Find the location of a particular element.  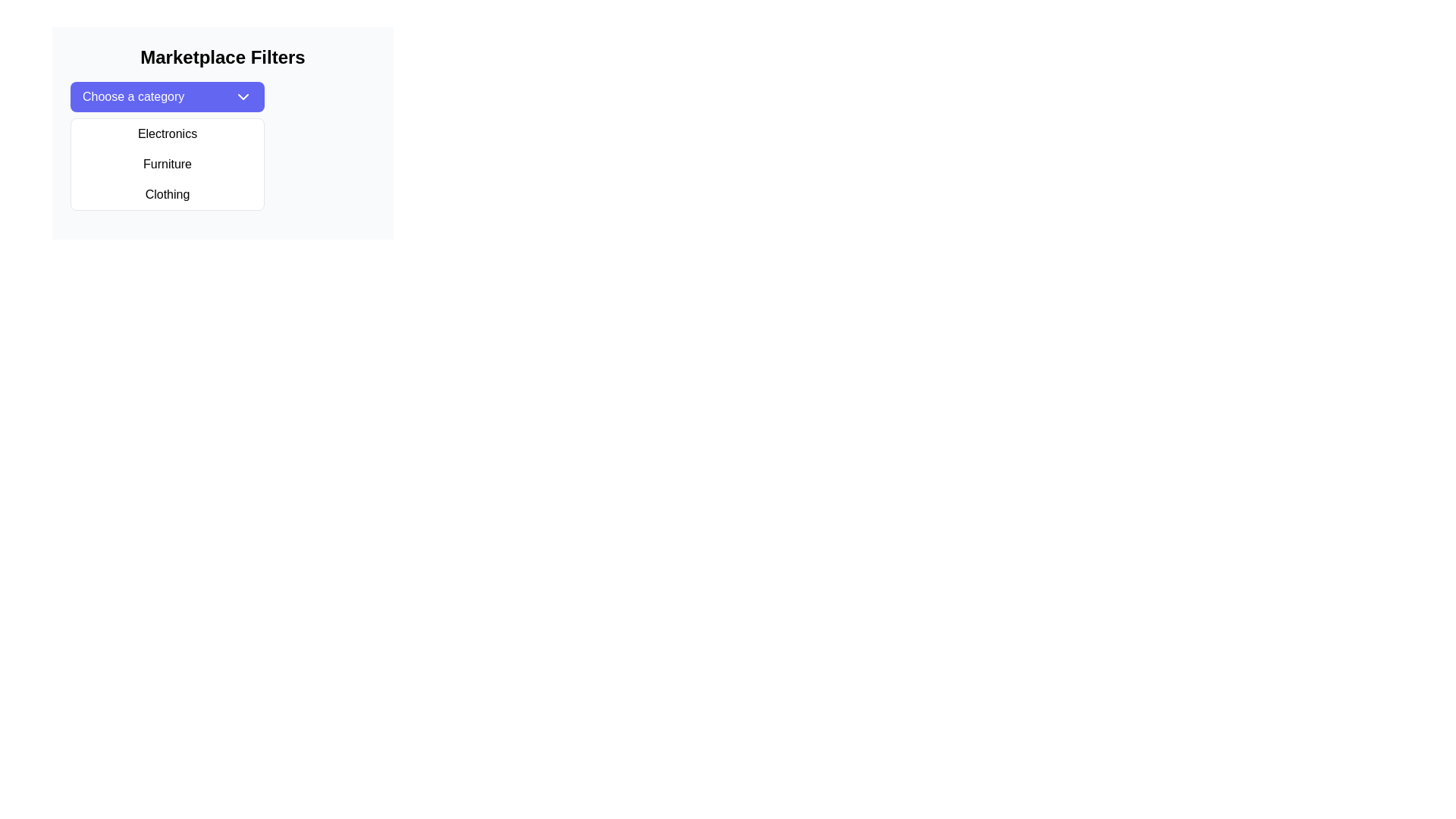

options from the dropdown menu located below the 'Choose a category' button, which contains the items 'Electronics', 'Furniture', and 'Clothing' is located at coordinates (167, 164).